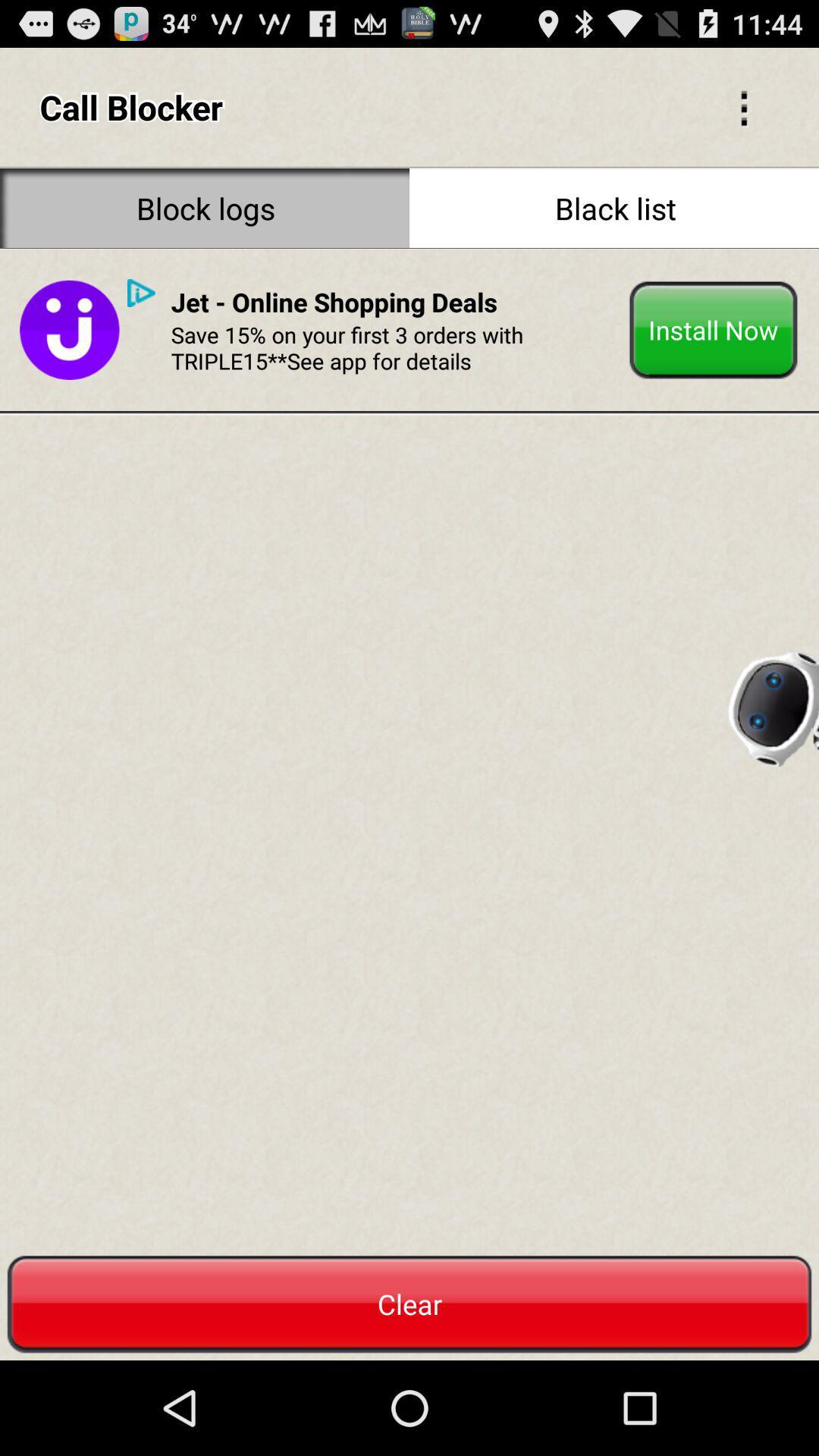 The width and height of the screenshot is (819, 1456). What do you see at coordinates (409, 1304) in the screenshot?
I see `the clear icon` at bounding box center [409, 1304].